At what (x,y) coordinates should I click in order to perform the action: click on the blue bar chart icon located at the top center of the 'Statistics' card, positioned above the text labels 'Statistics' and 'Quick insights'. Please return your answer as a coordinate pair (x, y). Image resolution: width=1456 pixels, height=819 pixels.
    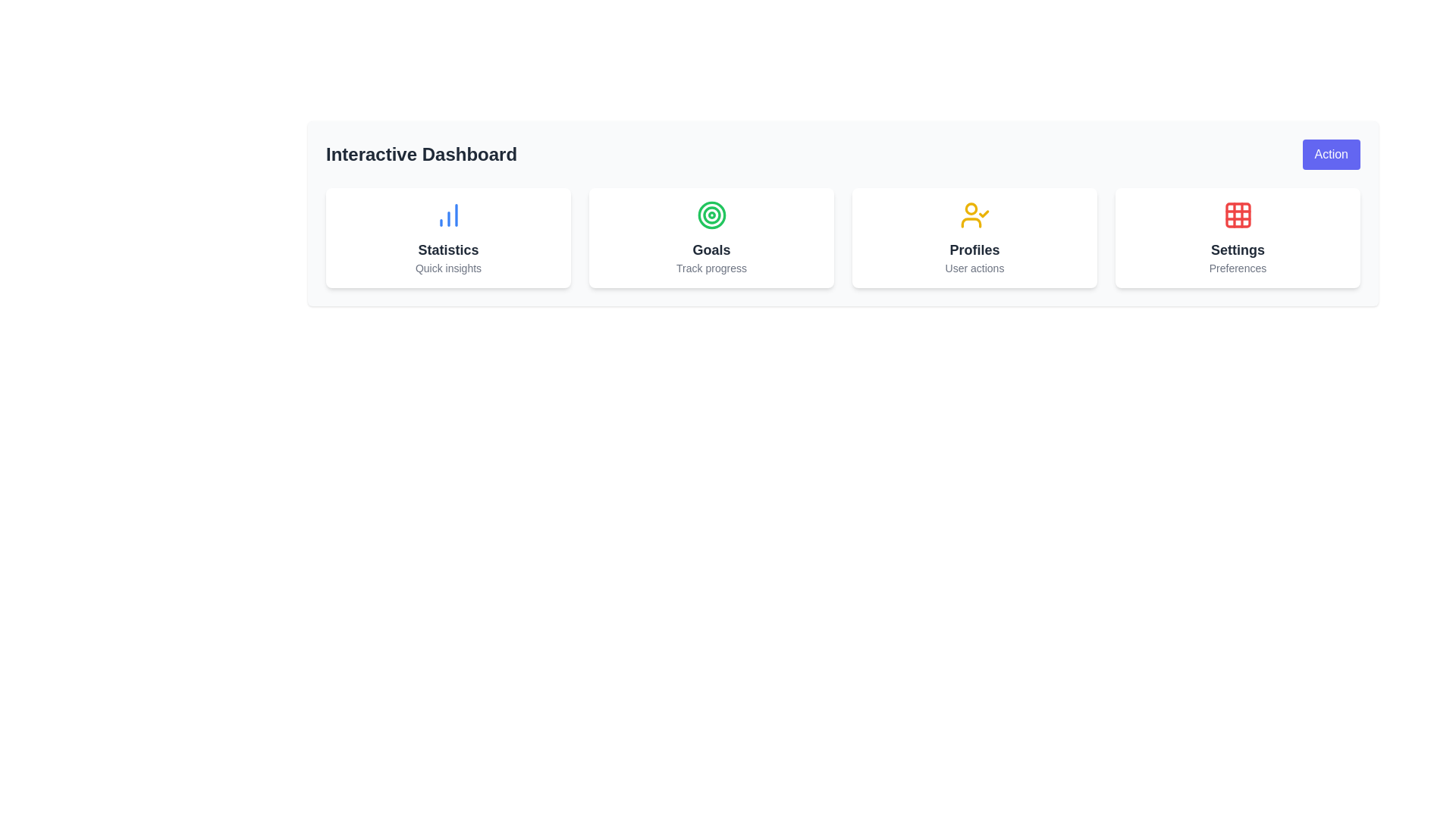
    Looking at the image, I should click on (447, 215).